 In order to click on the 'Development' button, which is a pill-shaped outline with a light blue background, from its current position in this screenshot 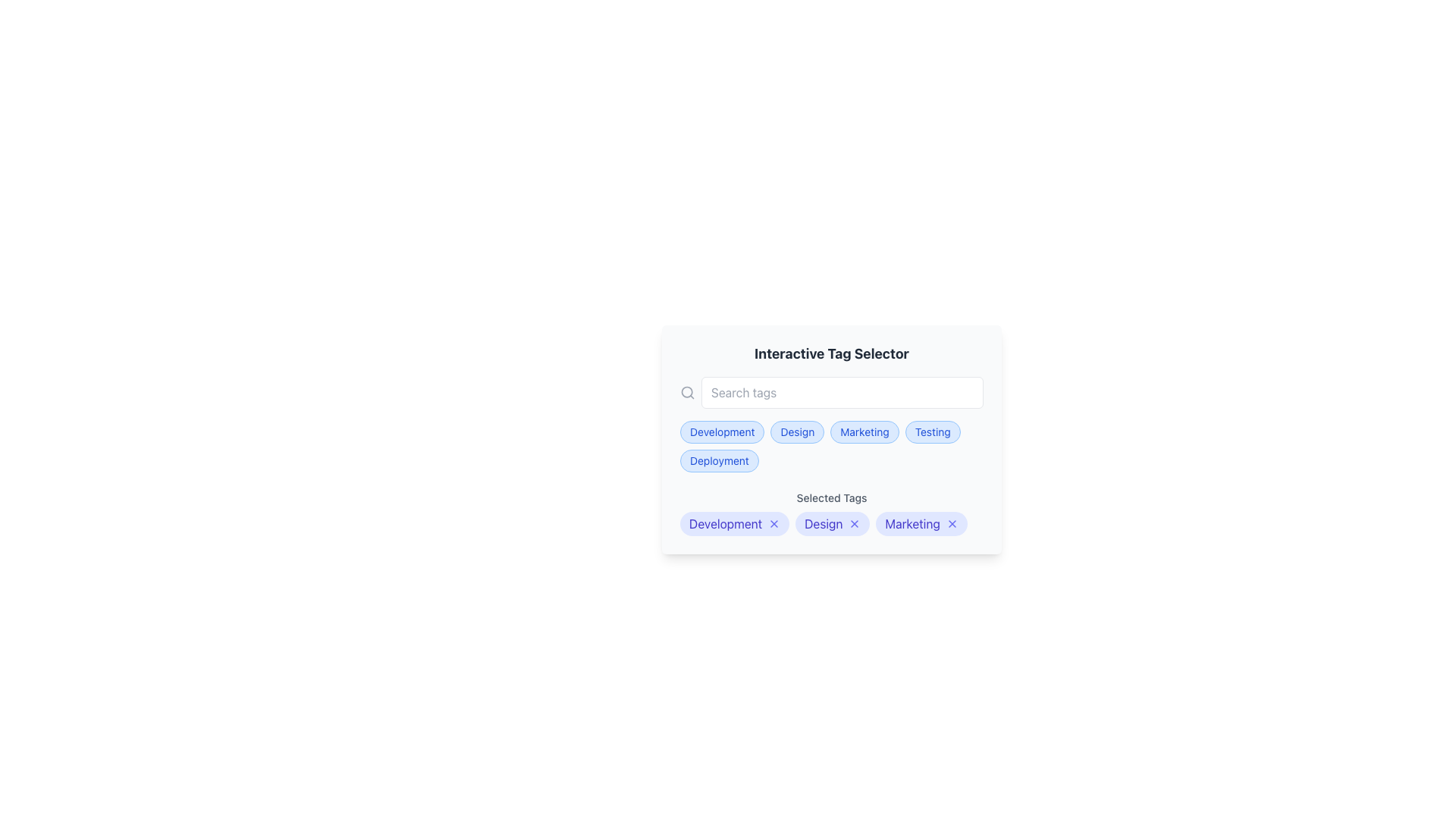, I will do `click(721, 432)`.